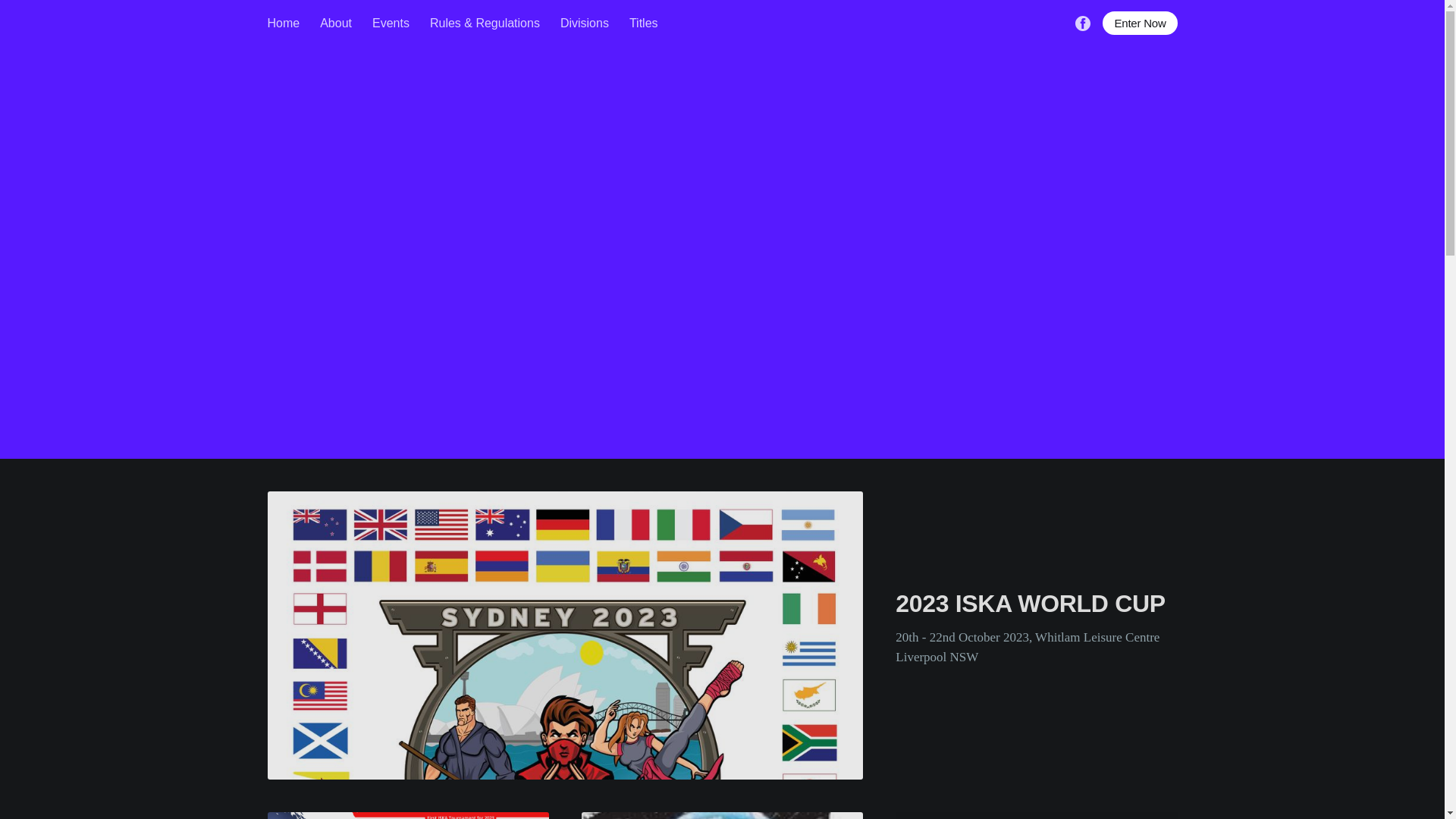  What do you see at coordinates (584, 23) in the screenshot?
I see `'Divisions'` at bounding box center [584, 23].